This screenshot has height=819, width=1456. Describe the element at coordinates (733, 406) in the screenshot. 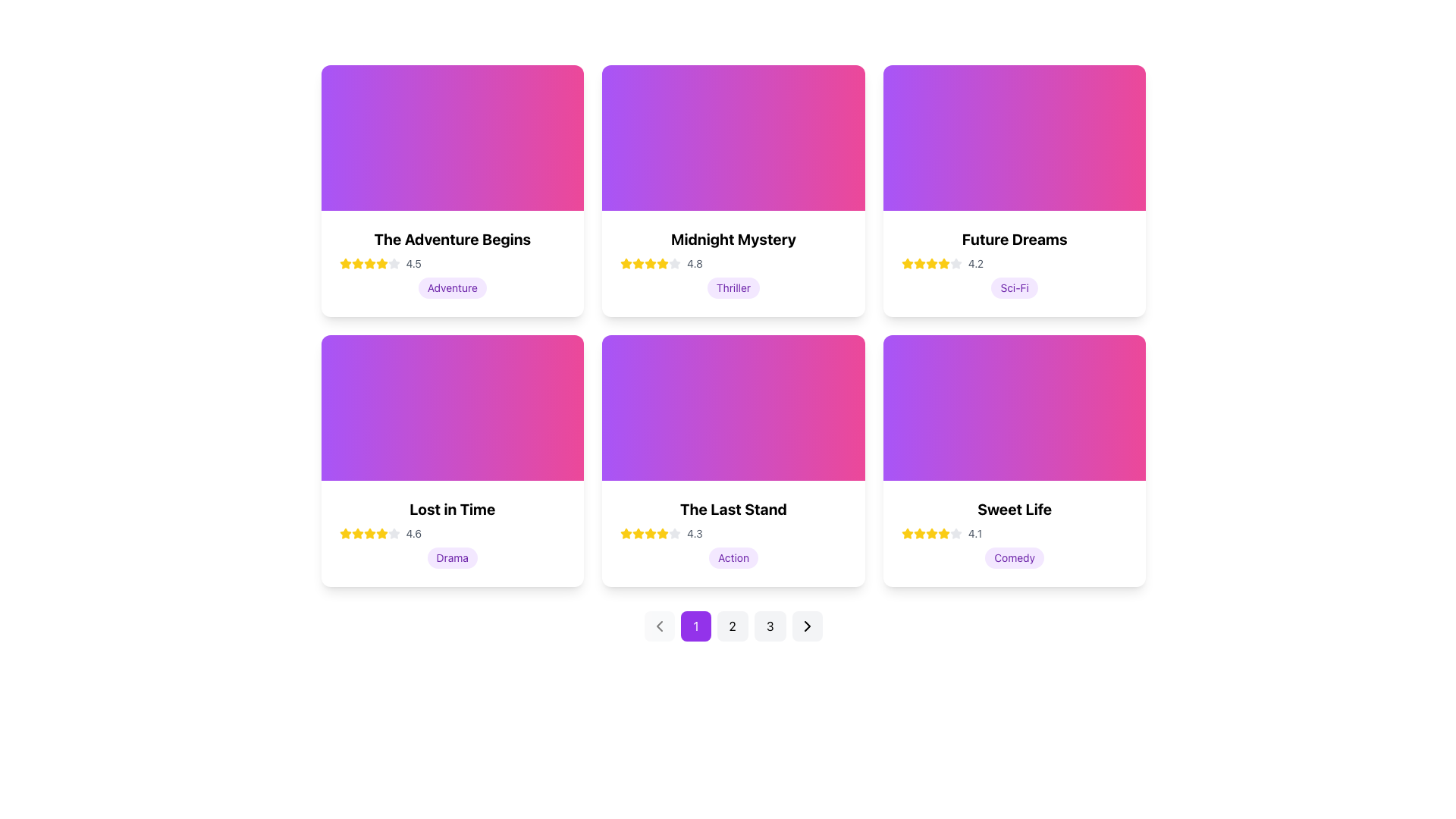

I see `the visually striking decorative gradient background transitioning from purple to pink, located in the upper section of the third card in the second row of the grid layout` at that location.